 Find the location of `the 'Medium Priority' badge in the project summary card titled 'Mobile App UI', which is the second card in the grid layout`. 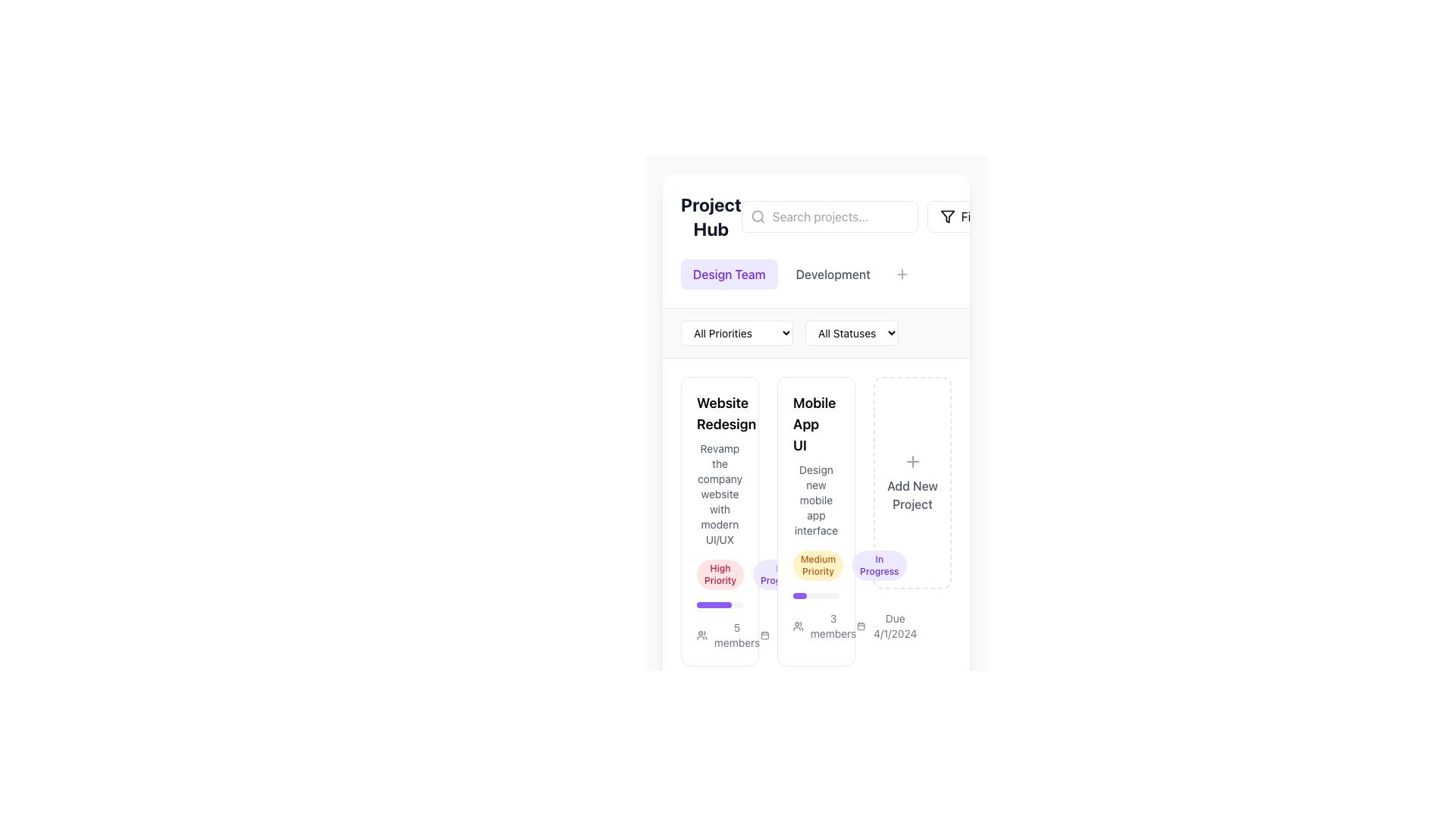

the 'Medium Priority' badge in the project summary card titled 'Mobile App UI', which is the second card in the grid layout is located at coordinates (815, 520).